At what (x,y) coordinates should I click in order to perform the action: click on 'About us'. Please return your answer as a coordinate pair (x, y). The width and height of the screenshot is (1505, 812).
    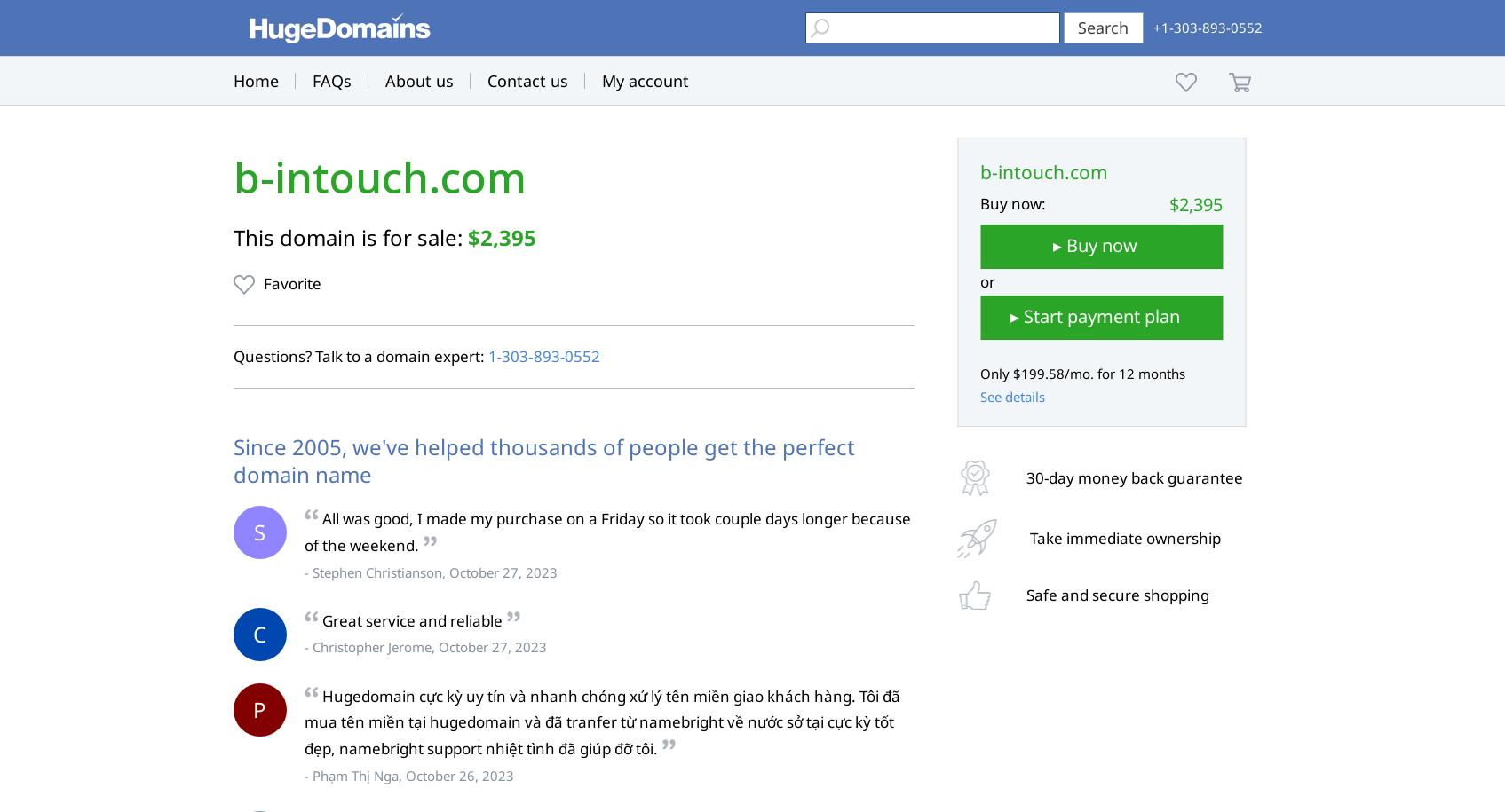
    Looking at the image, I should click on (384, 80).